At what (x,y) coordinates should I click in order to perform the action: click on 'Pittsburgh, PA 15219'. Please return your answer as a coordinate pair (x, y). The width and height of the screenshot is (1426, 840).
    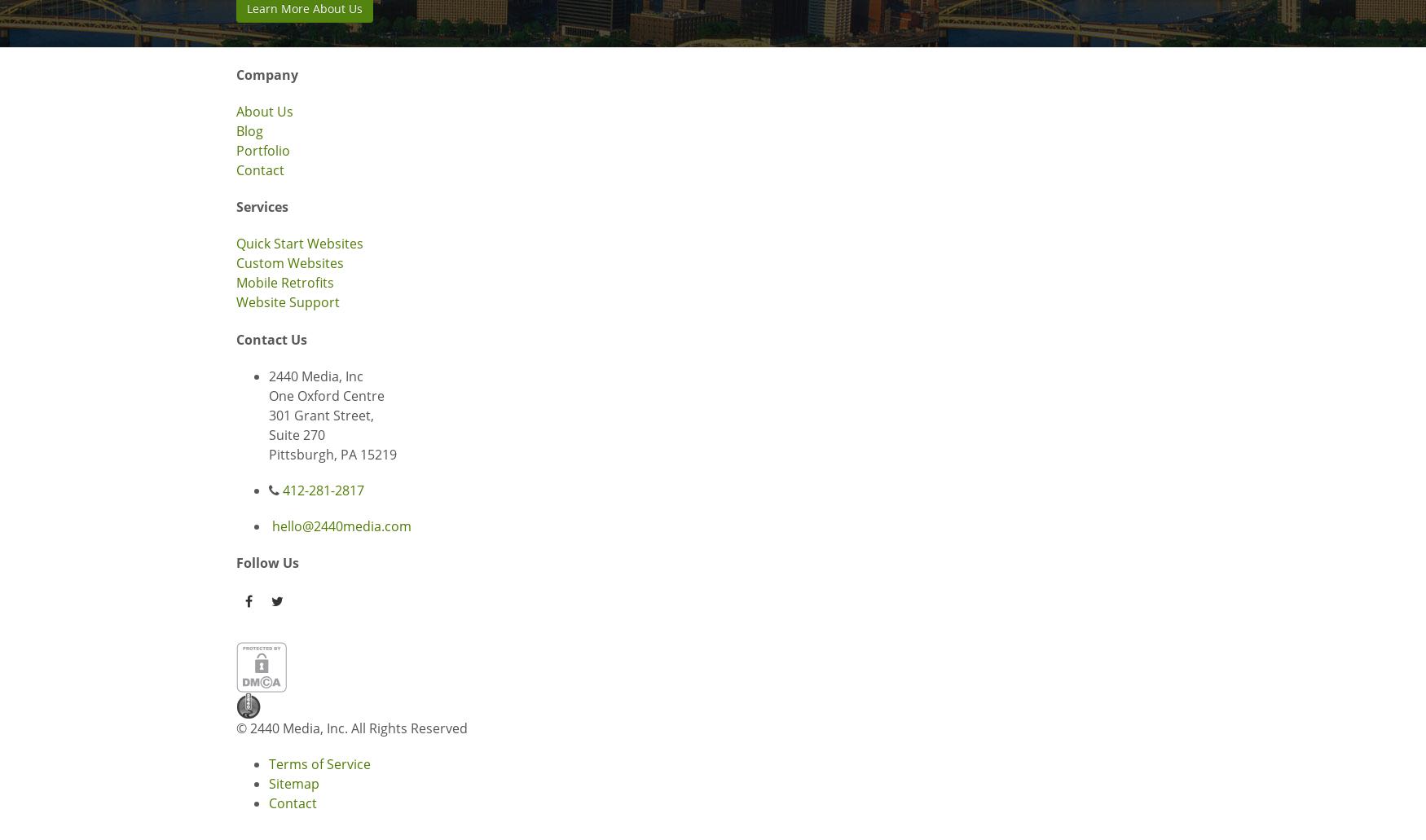
    Looking at the image, I should click on (332, 453).